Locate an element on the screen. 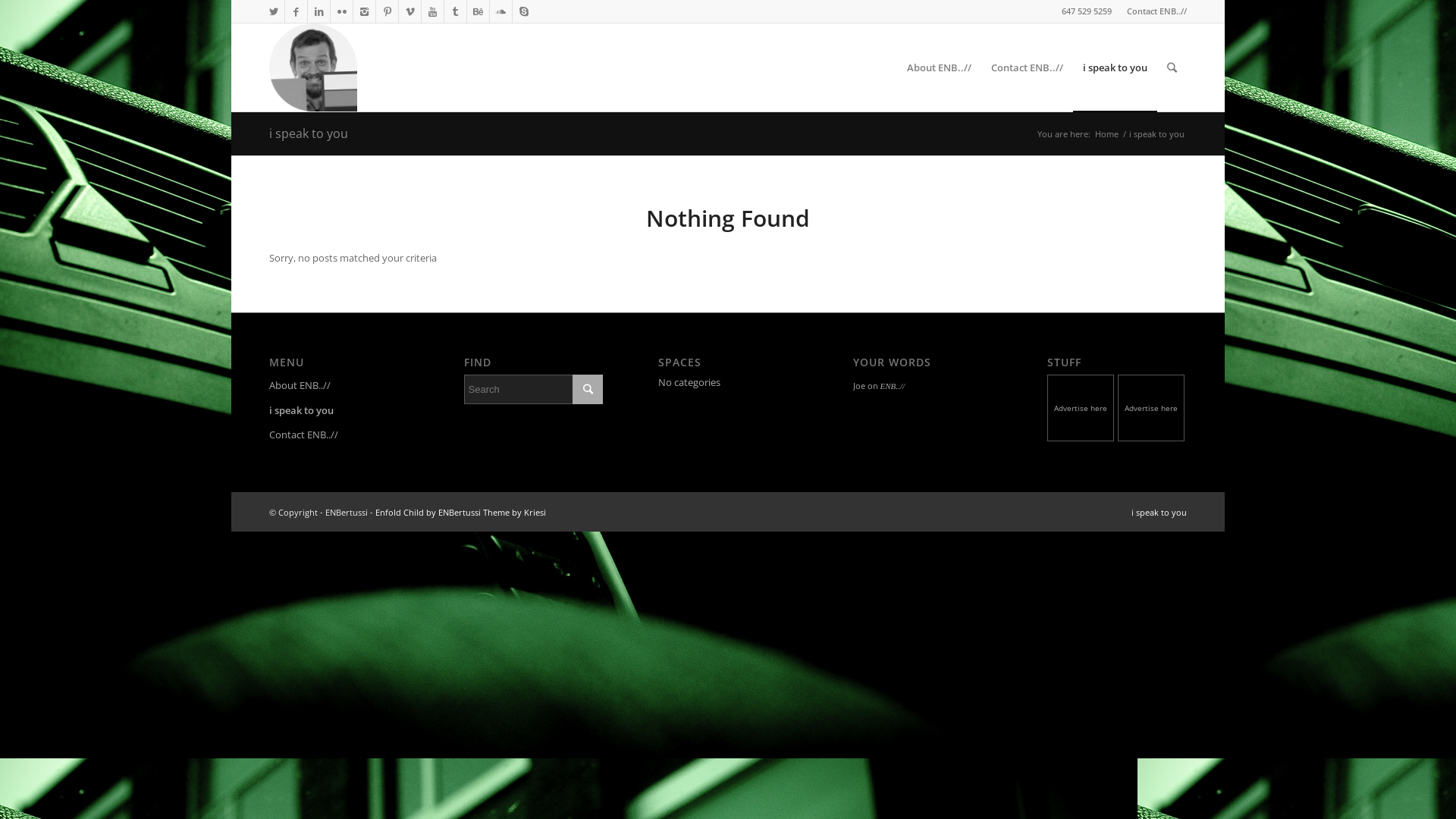  'Contact ENB..//' is located at coordinates (337, 435).